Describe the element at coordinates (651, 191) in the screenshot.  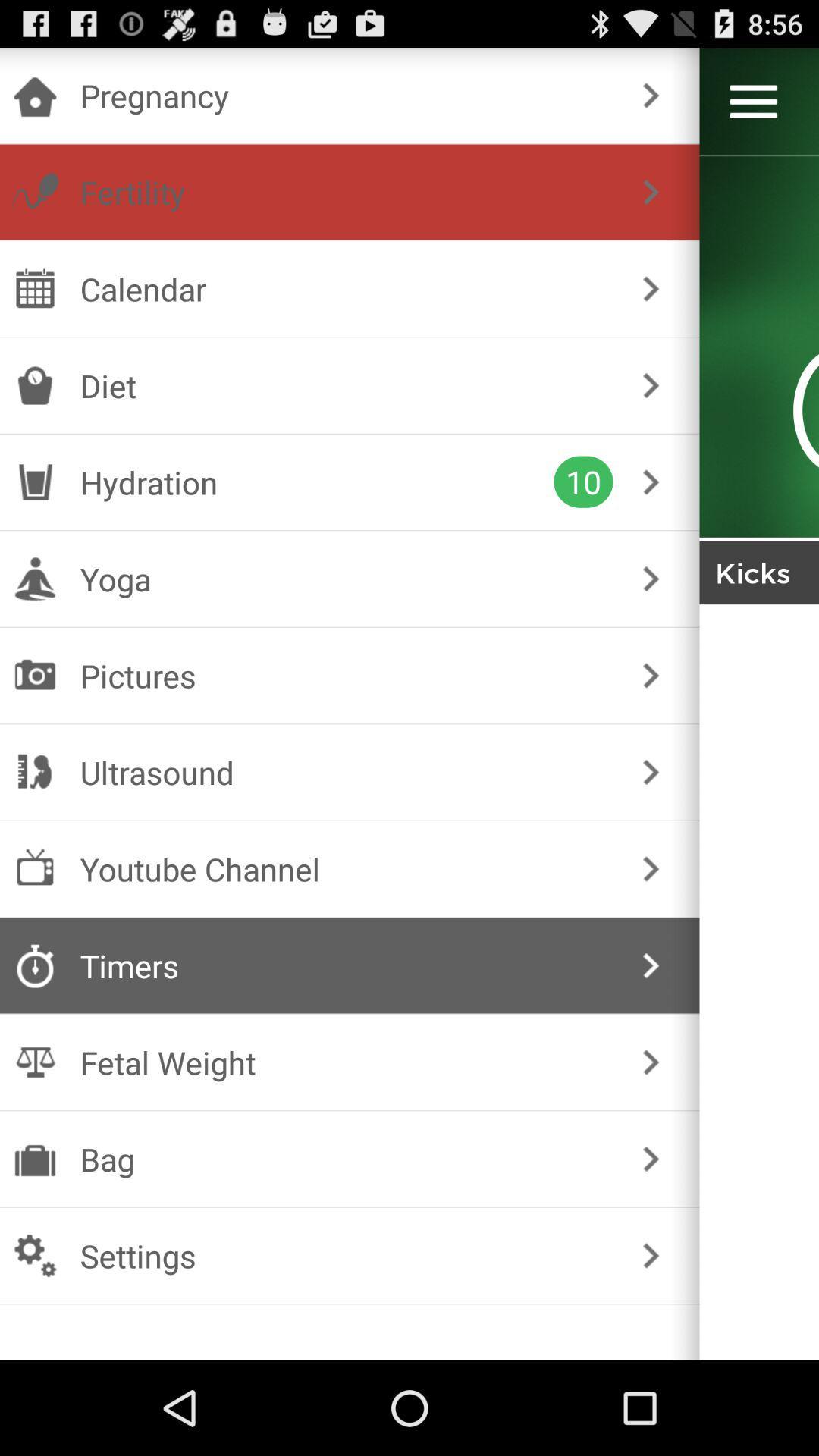
I see `arrow icon beside the text fertility` at that location.